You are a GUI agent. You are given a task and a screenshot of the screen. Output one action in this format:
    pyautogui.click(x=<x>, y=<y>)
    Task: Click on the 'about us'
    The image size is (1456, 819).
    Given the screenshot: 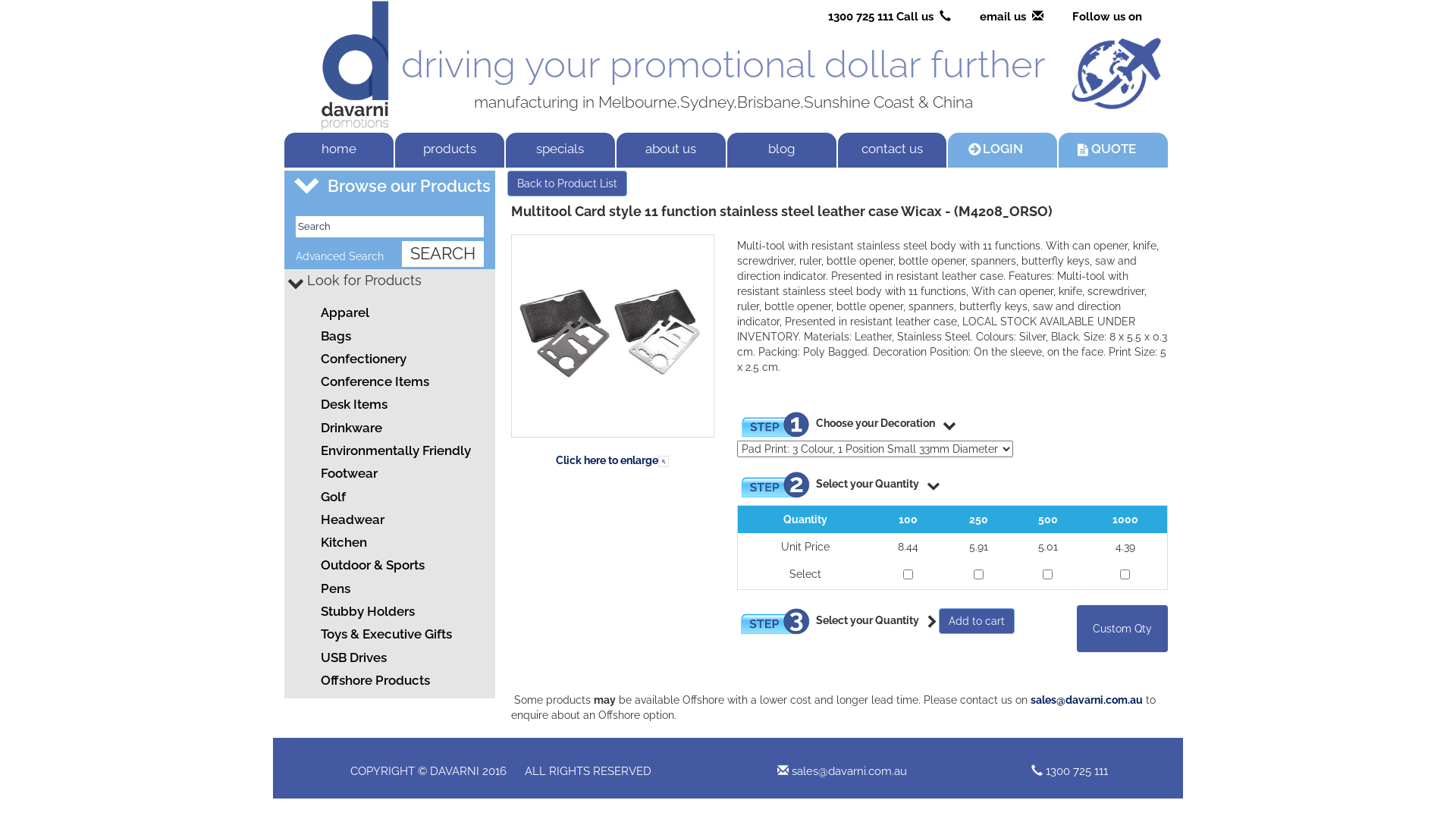 What is the action you would take?
    pyautogui.click(x=670, y=149)
    